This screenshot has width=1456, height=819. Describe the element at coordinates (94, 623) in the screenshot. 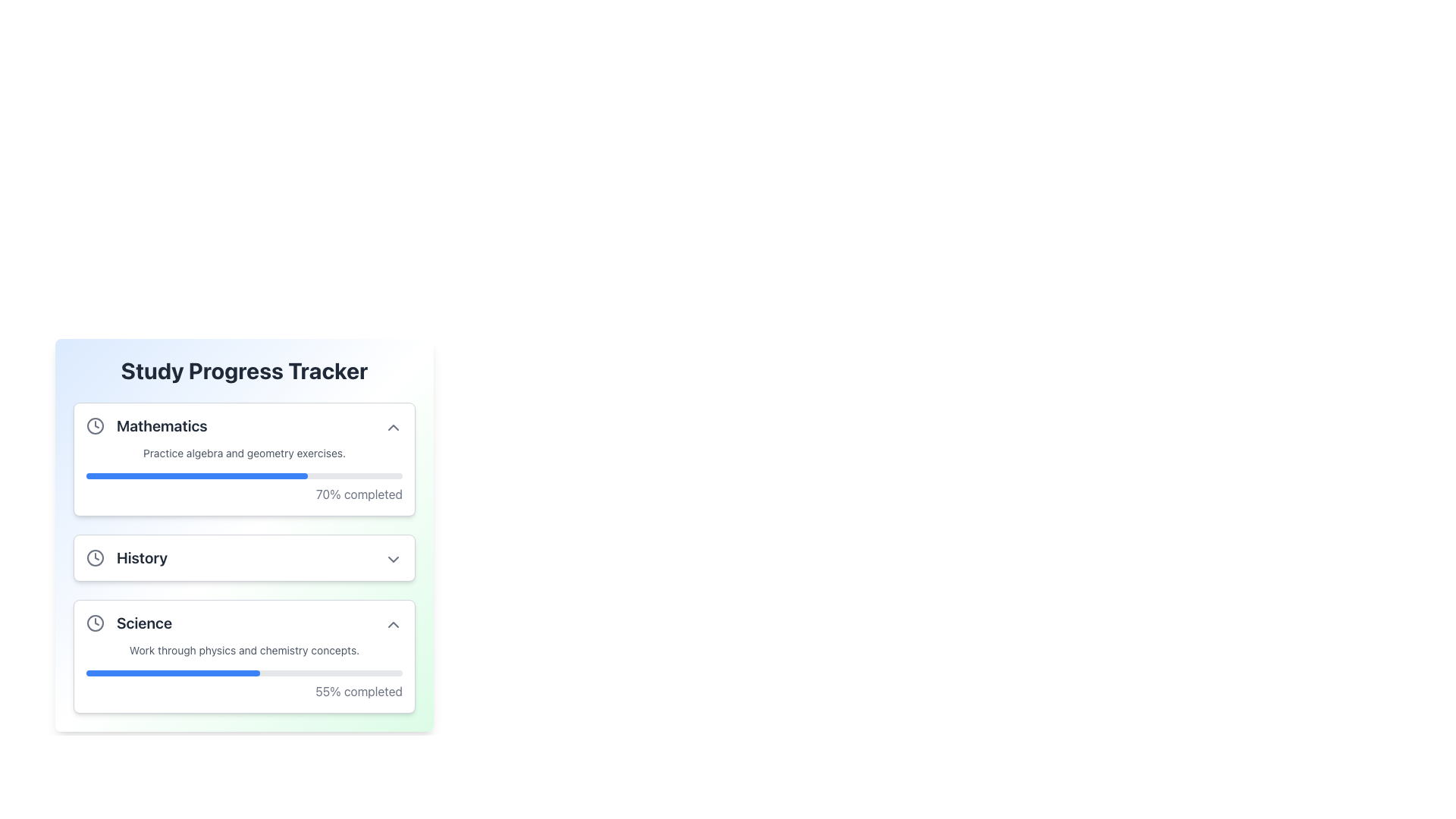

I see `the time-related icon in the Science section, which is the first element in its horizontal row` at that location.